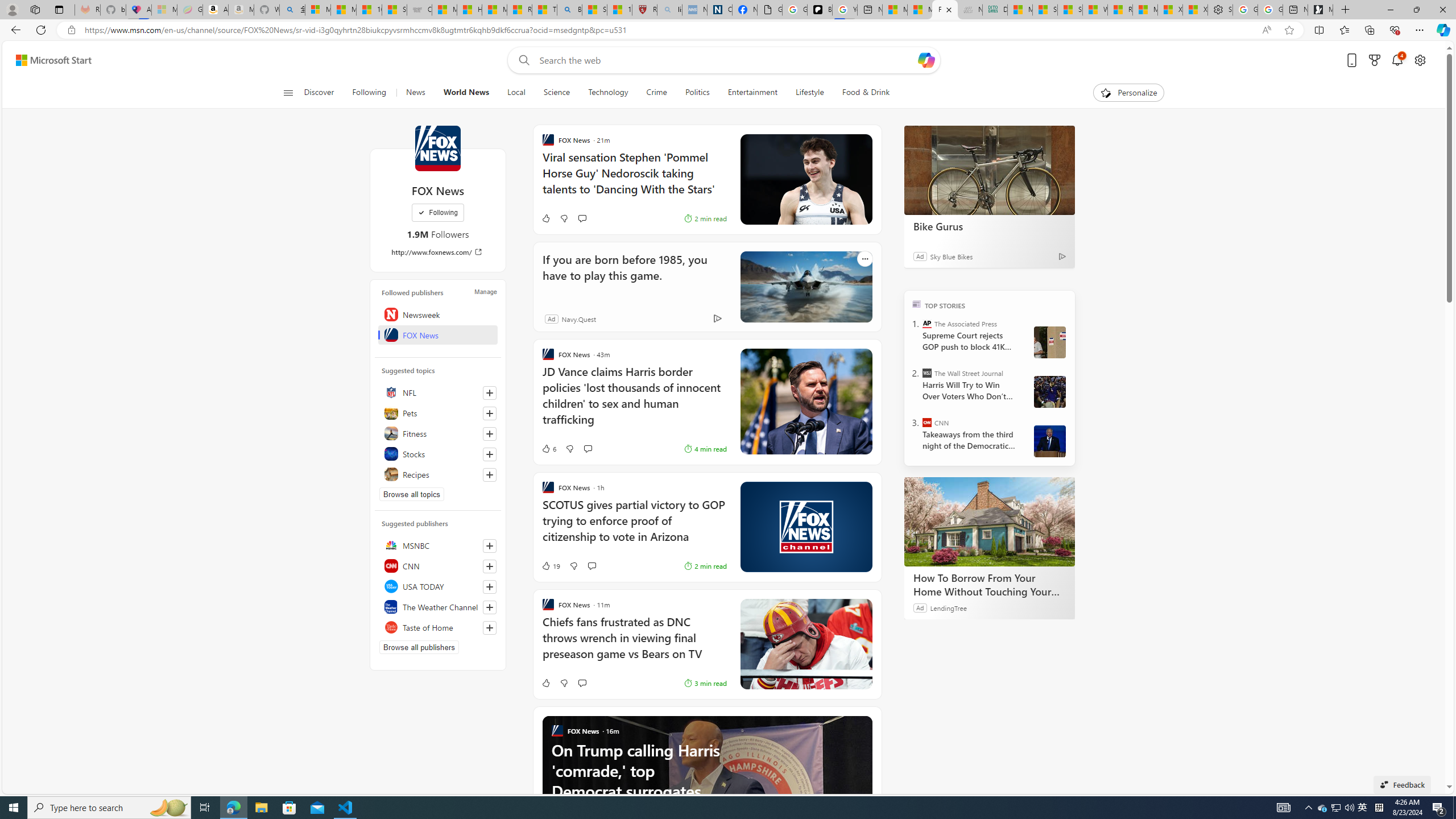 Image resolution: width=1456 pixels, height=819 pixels. I want to click on 'The Associated Press', so click(927, 323).